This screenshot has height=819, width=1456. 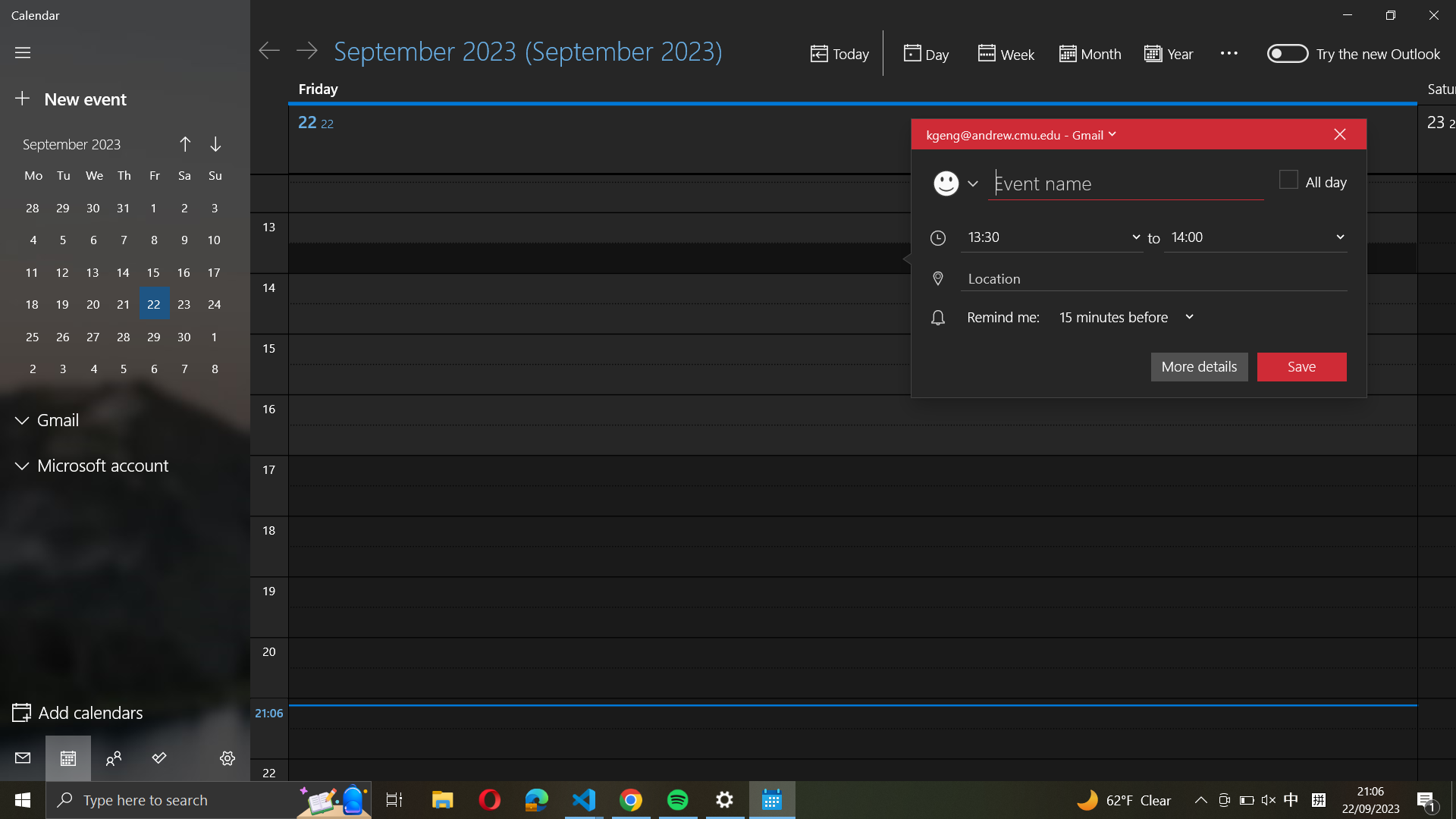 What do you see at coordinates (1172, 52) in the screenshot?
I see `Change calendar view to display the whole year` at bounding box center [1172, 52].